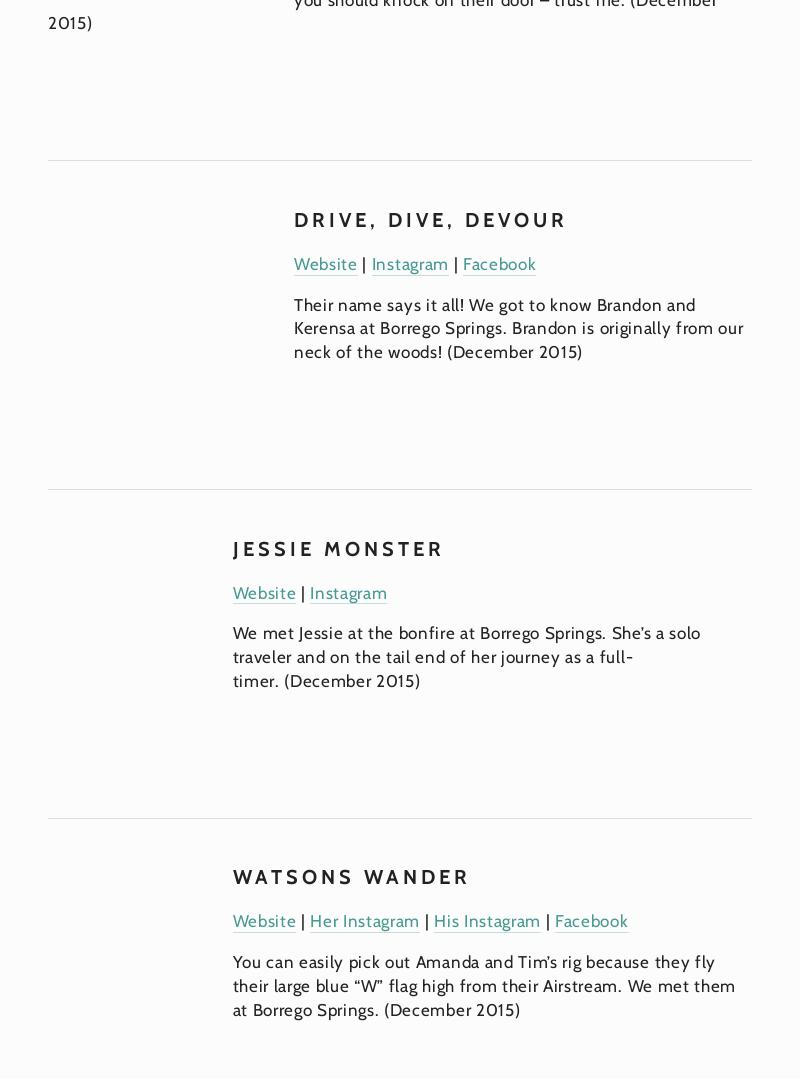  I want to click on 'Drive, Dive, Devour', so click(430, 218).